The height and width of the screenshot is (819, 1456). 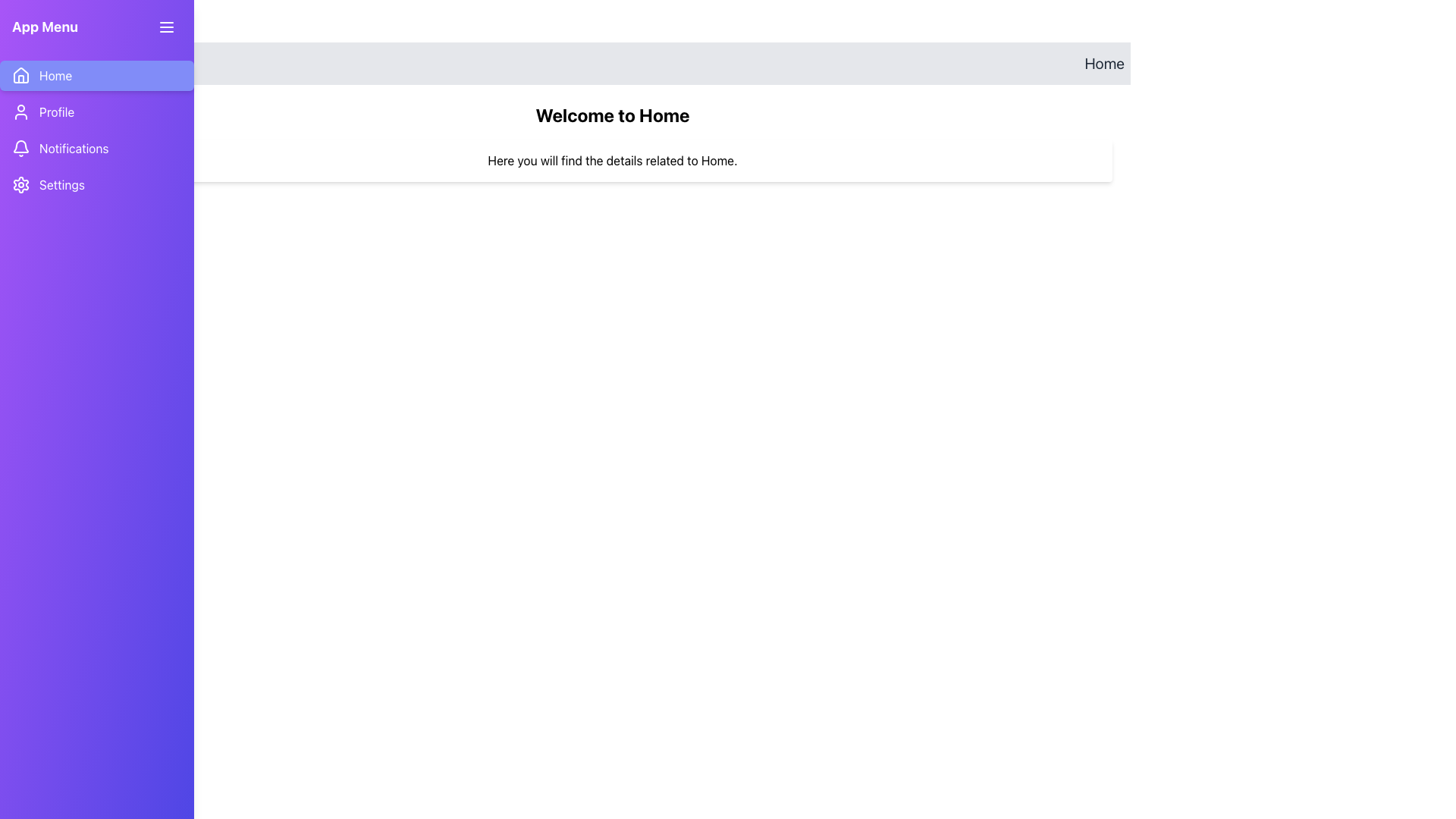 What do you see at coordinates (21, 149) in the screenshot?
I see `the bell-shaped icon in the Notifications menu item, which is white against a purple background and is the only icon in that section` at bounding box center [21, 149].